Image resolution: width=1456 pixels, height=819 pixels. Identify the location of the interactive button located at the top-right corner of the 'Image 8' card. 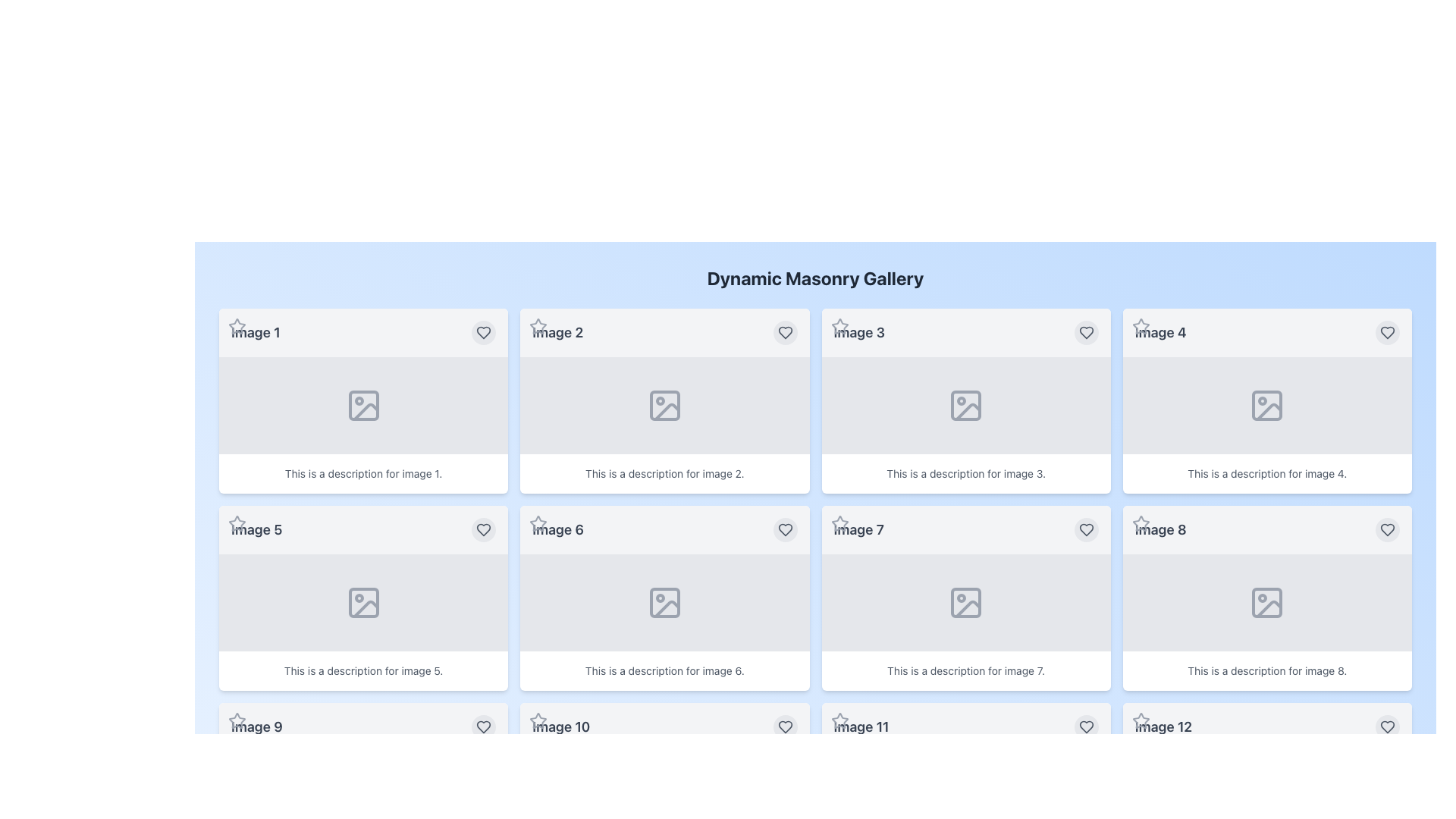
(1387, 529).